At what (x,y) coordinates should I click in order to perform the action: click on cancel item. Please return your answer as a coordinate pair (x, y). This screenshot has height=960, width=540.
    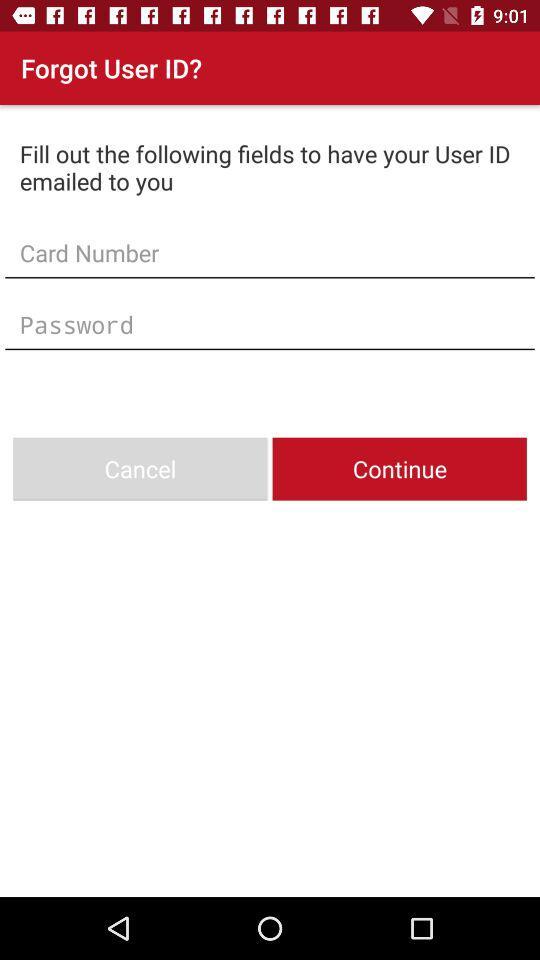
    Looking at the image, I should click on (139, 469).